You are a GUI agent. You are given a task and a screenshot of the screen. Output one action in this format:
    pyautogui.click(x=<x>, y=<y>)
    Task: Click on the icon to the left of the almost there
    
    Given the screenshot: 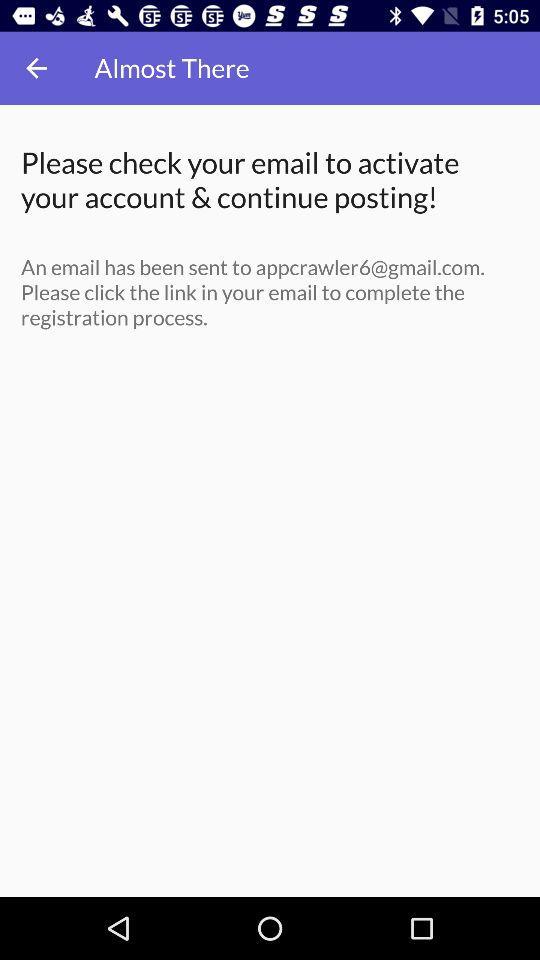 What is the action you would take?
    pyautogui.click(x=36, y=68)
    